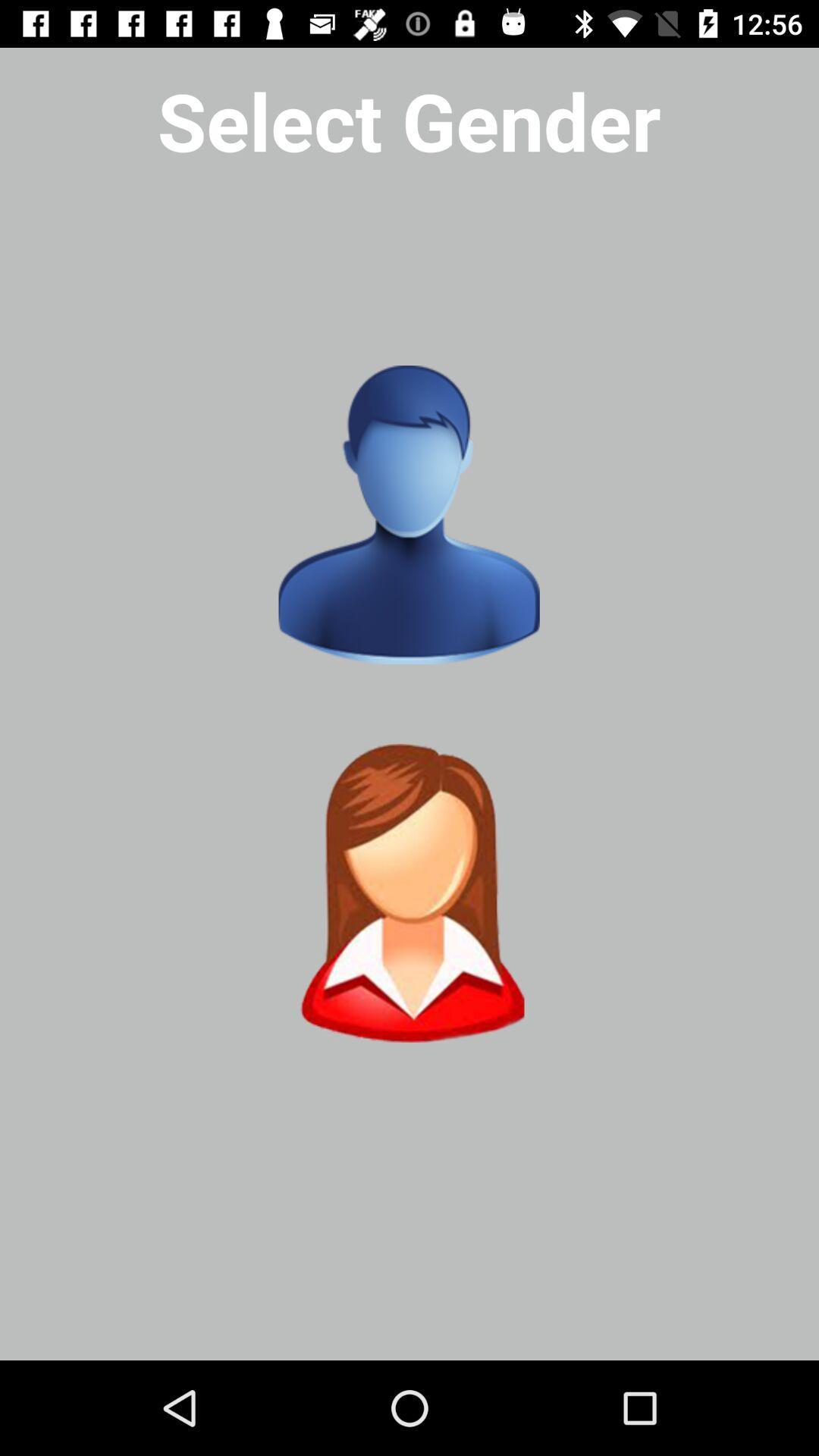 The image size is (819, 1456). What do you see at coordinates (408, 893) in the screenshot?
I see `click contact female icon` at bounding box center [408, 893].